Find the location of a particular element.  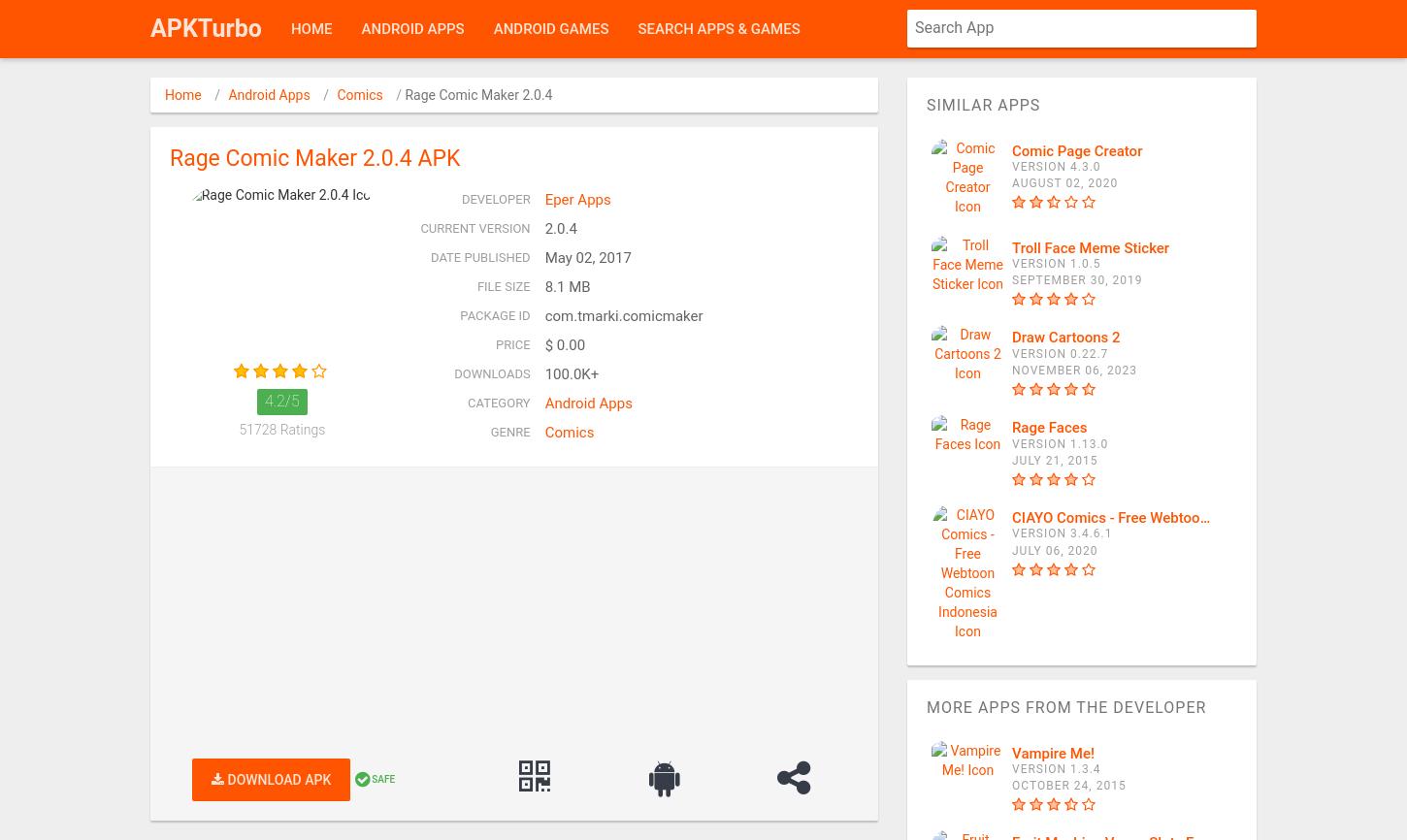

'2.0.4' is located at coordinates (544, 227).